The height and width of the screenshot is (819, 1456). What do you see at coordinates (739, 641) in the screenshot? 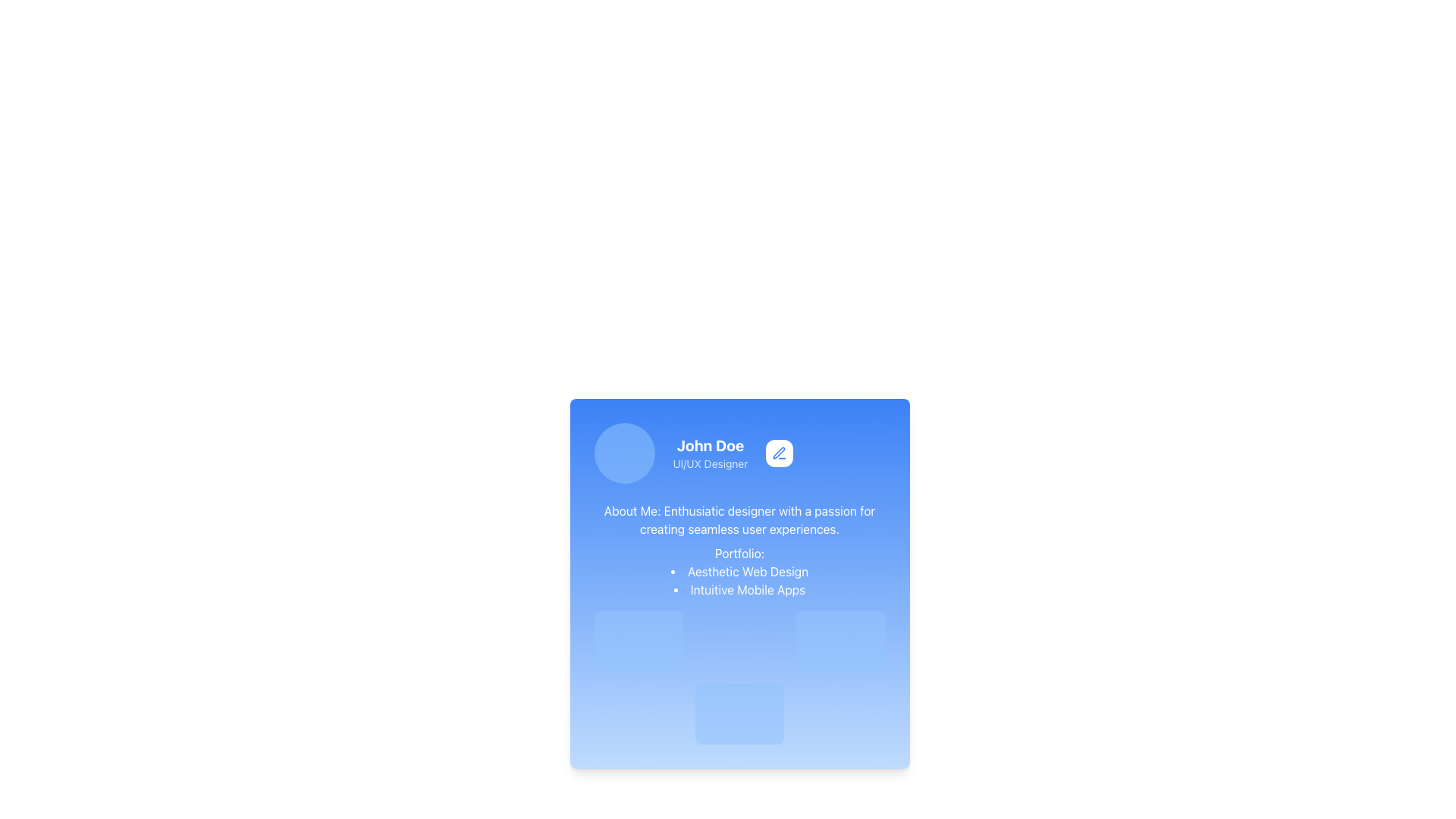
I see `the Decorative block or placeholder element that is located in the first row, second column of a grid layout, which serves as a loading state indicator with a pulsating animation` at bounding box center [739, 641].